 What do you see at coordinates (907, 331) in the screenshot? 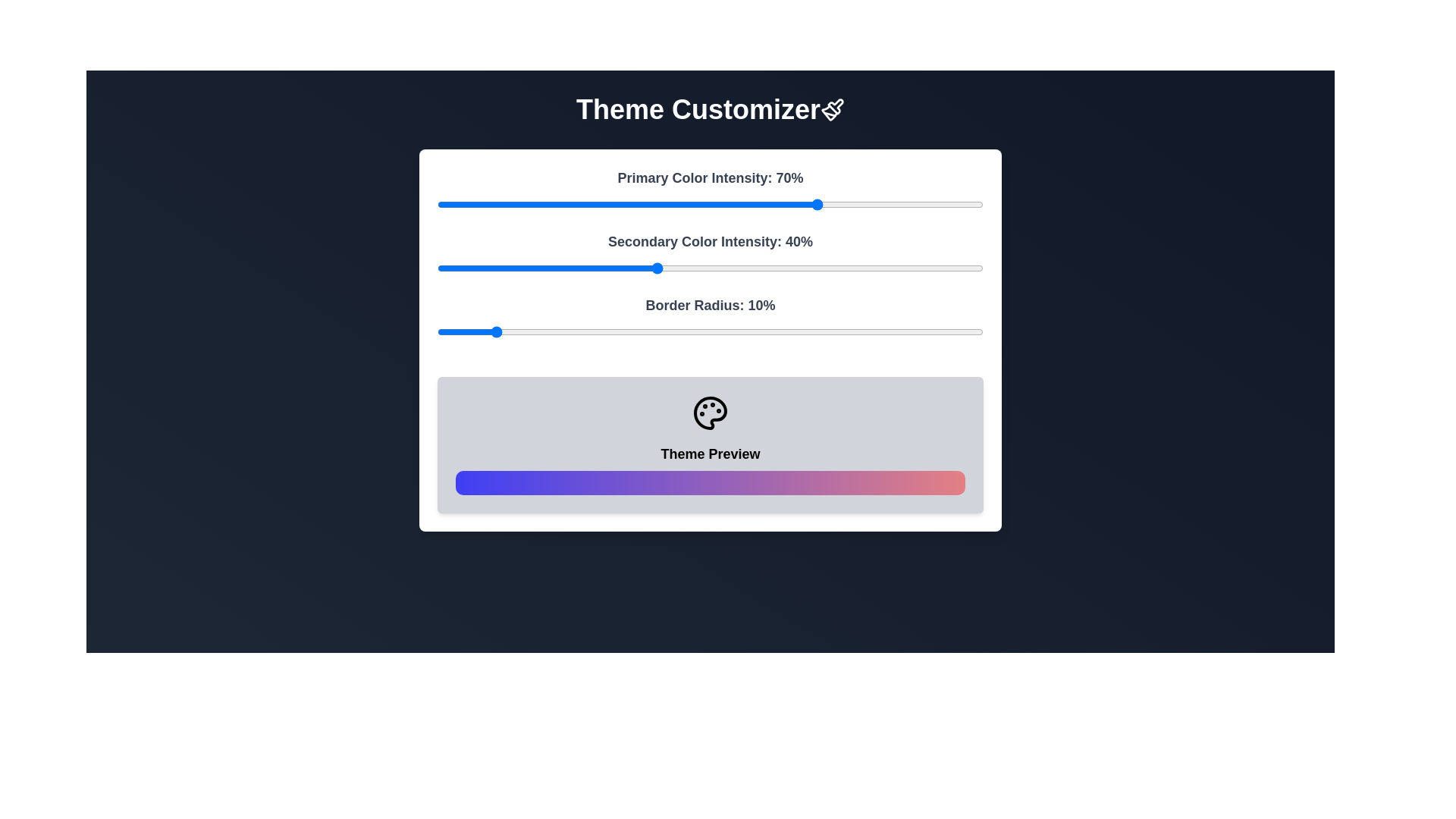
I see `the Border Radius slider to 86%` at bounding box center [907, 331].